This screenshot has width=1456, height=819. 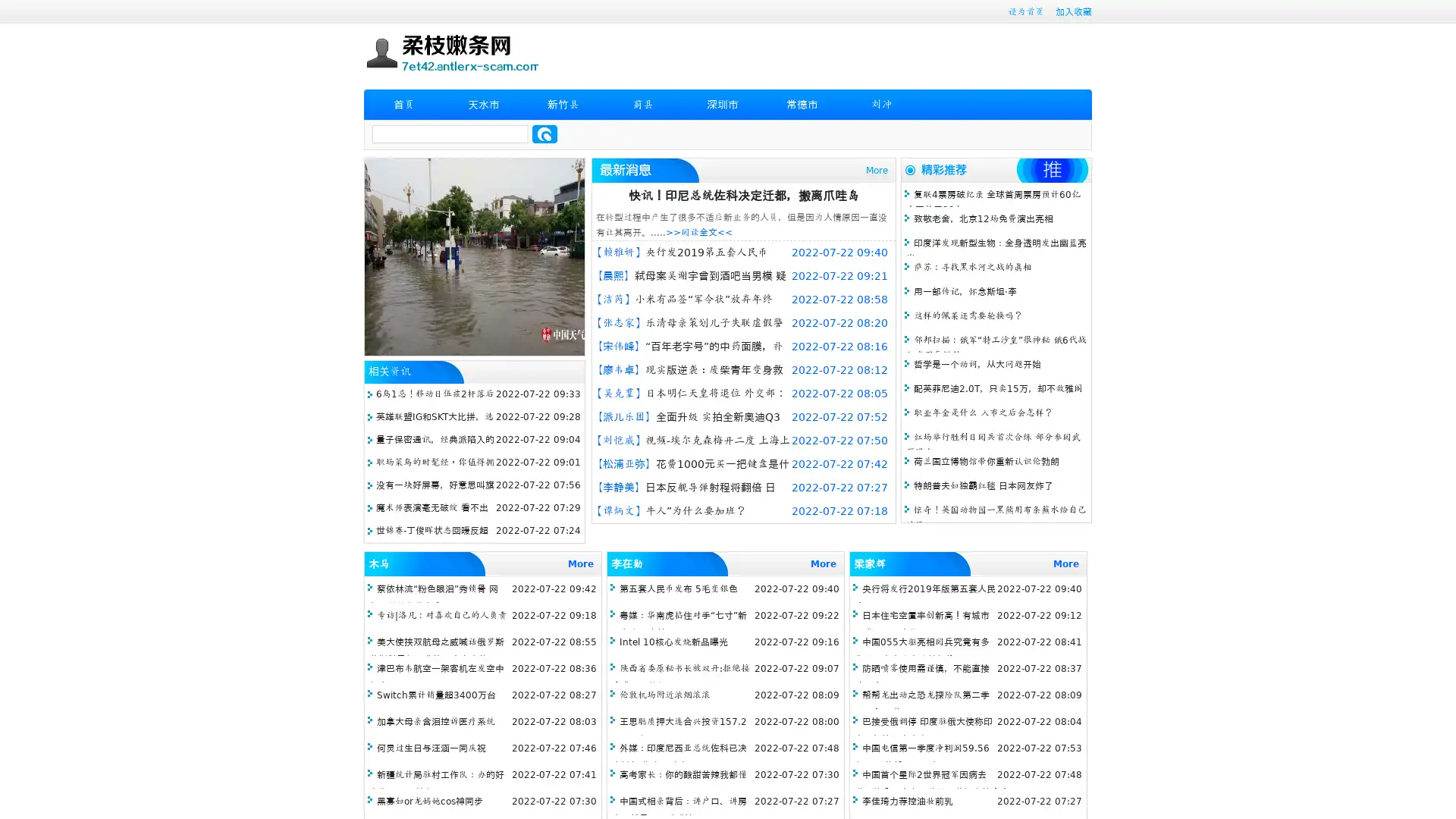 I want to click on Search, so click(x=544, y=133).